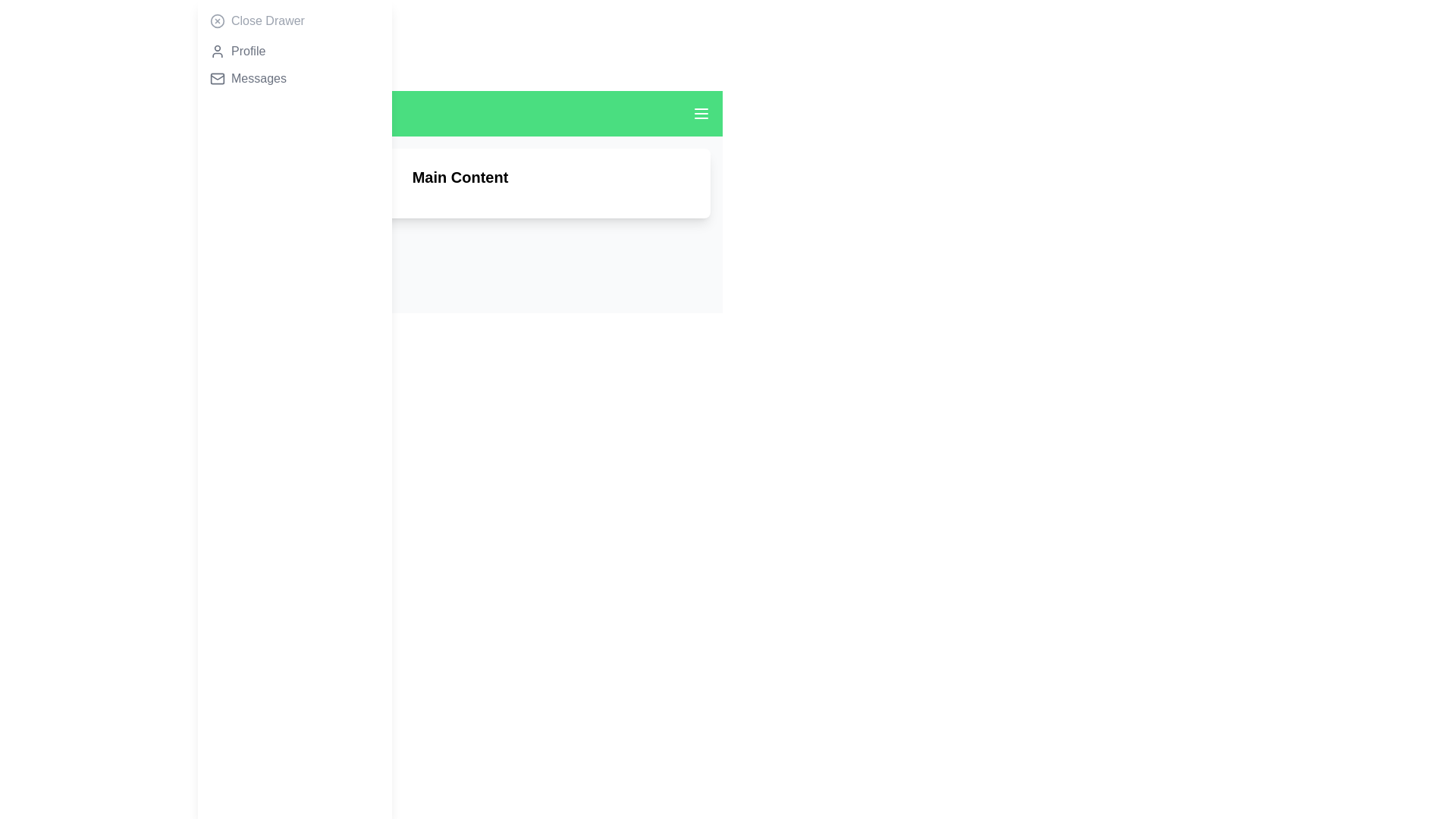  I want to click on the person silhouette icon, so click(217, 51).